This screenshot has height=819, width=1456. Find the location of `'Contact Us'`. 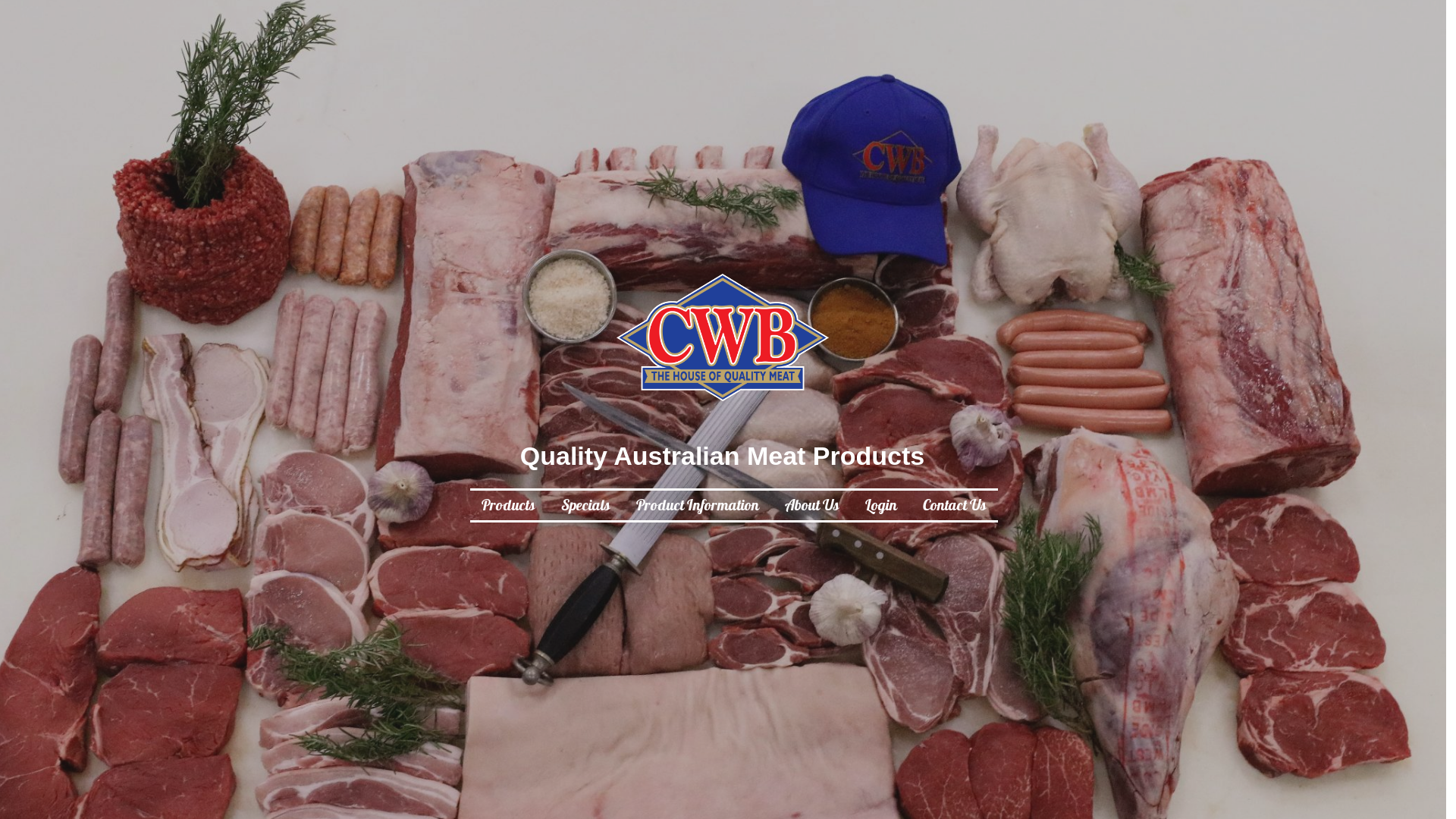

'Contact Us' is located at coordinates (921, 507).